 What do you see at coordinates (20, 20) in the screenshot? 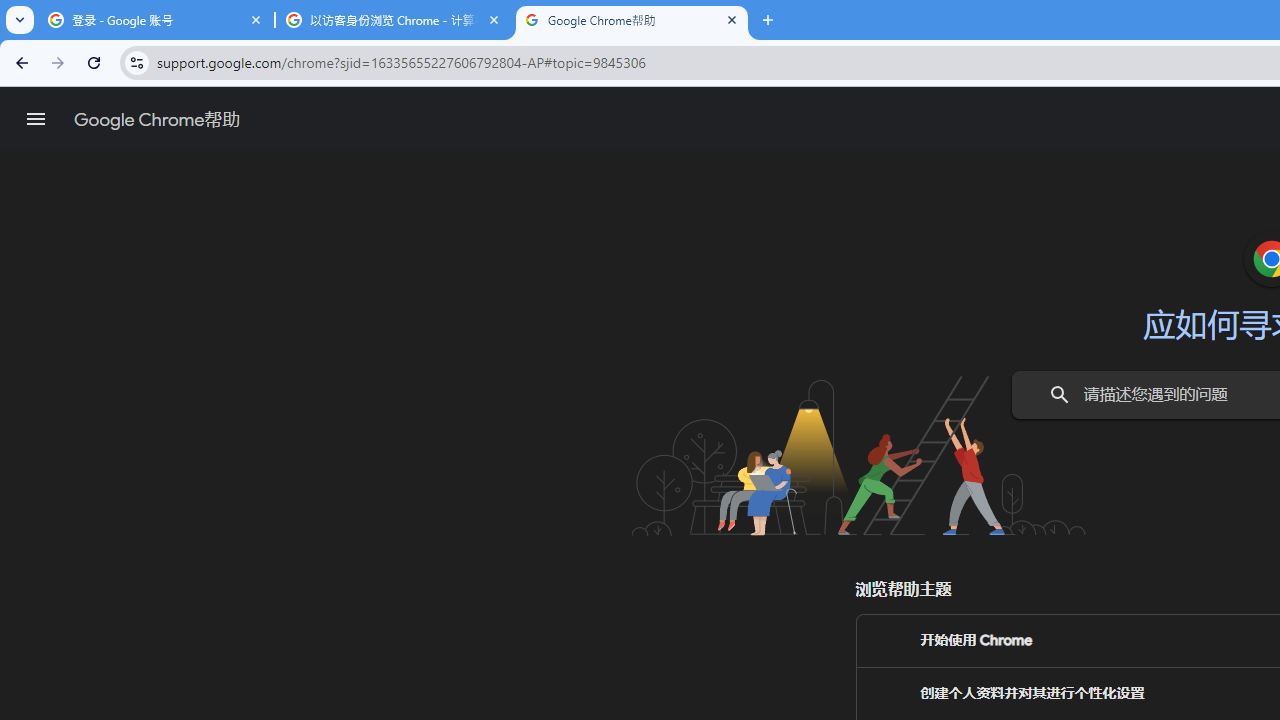
I see `'Search tabs'` at bounding box center [20, 20].